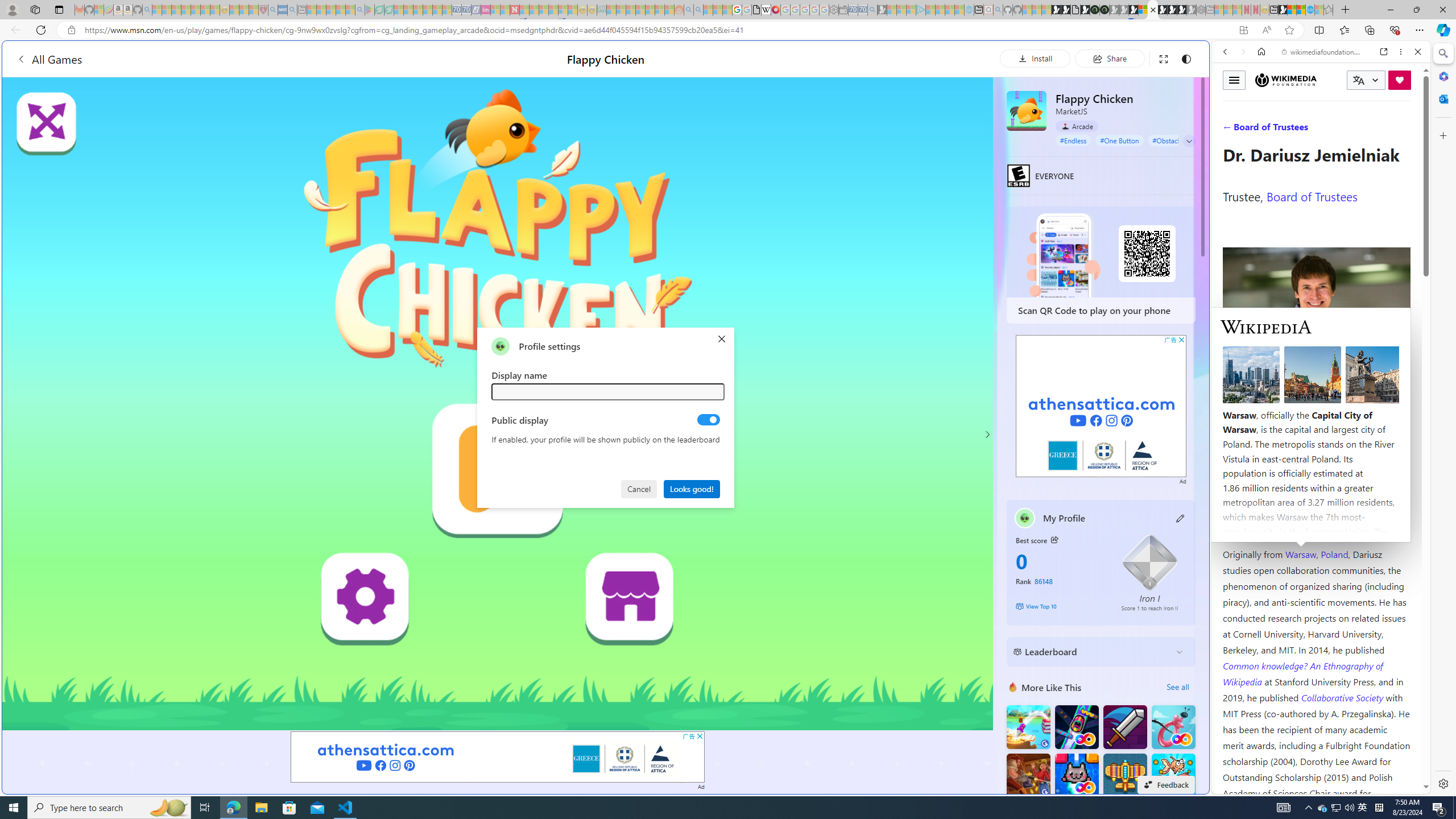 This screenshot has height=819, width=1456. Describe the element at coordinates (71, 30) in the screenshot. I see `'View site information'` at that location.